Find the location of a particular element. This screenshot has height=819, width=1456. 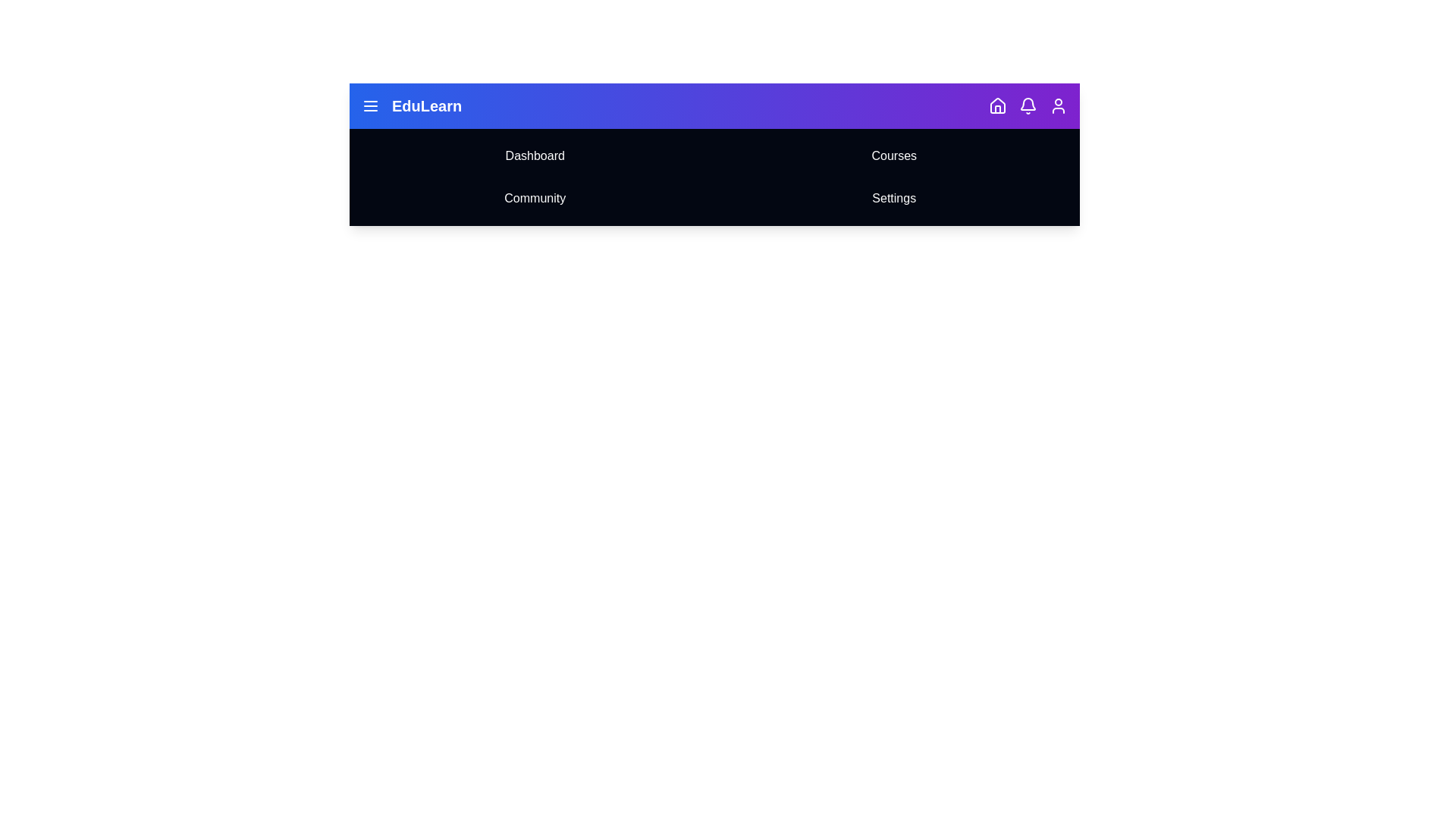

the Dashboard navigation icon to navigate to the respective section is located at coordinates (535, 155).